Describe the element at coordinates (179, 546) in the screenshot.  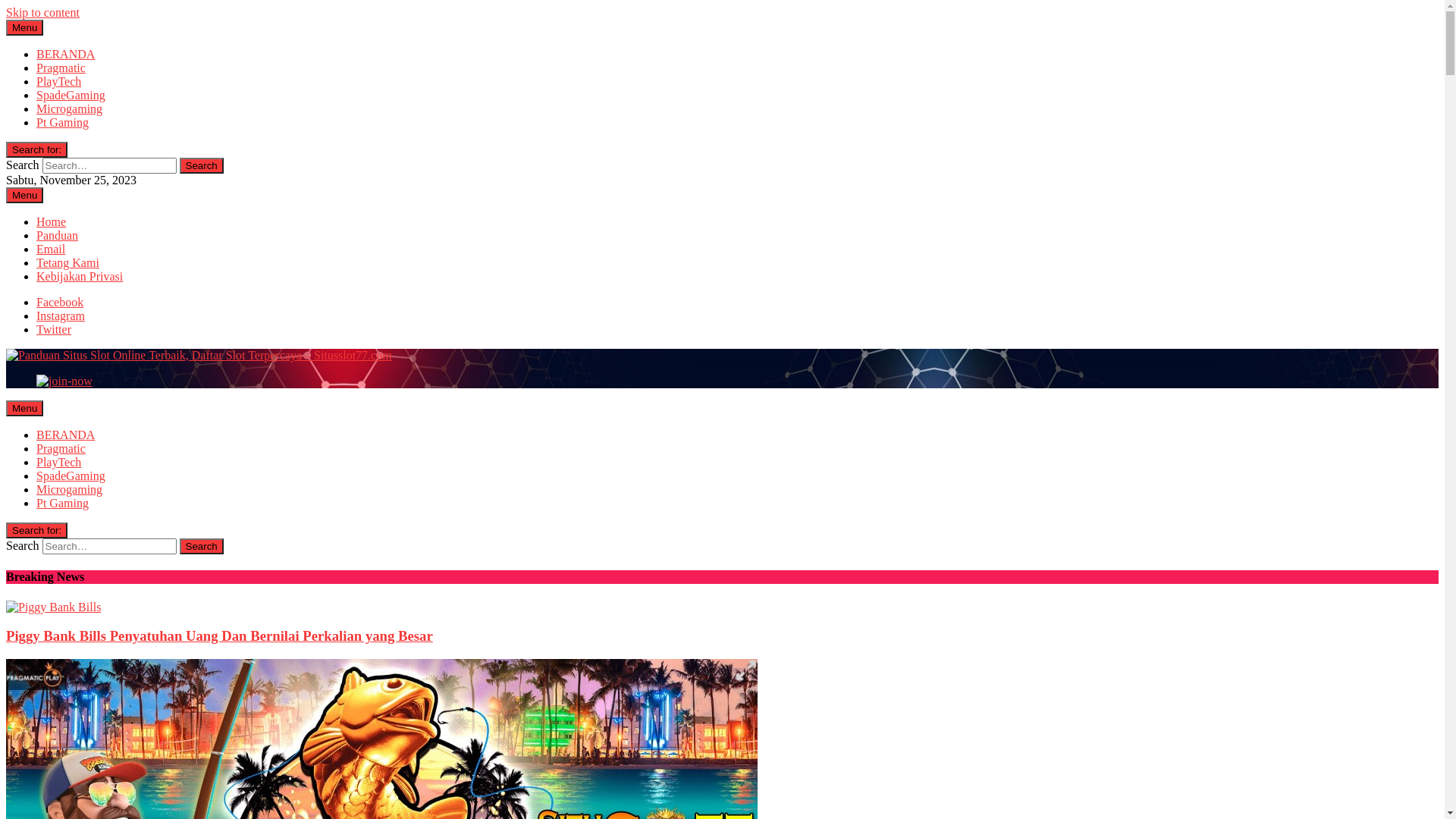
I see `'Search'` at that location.